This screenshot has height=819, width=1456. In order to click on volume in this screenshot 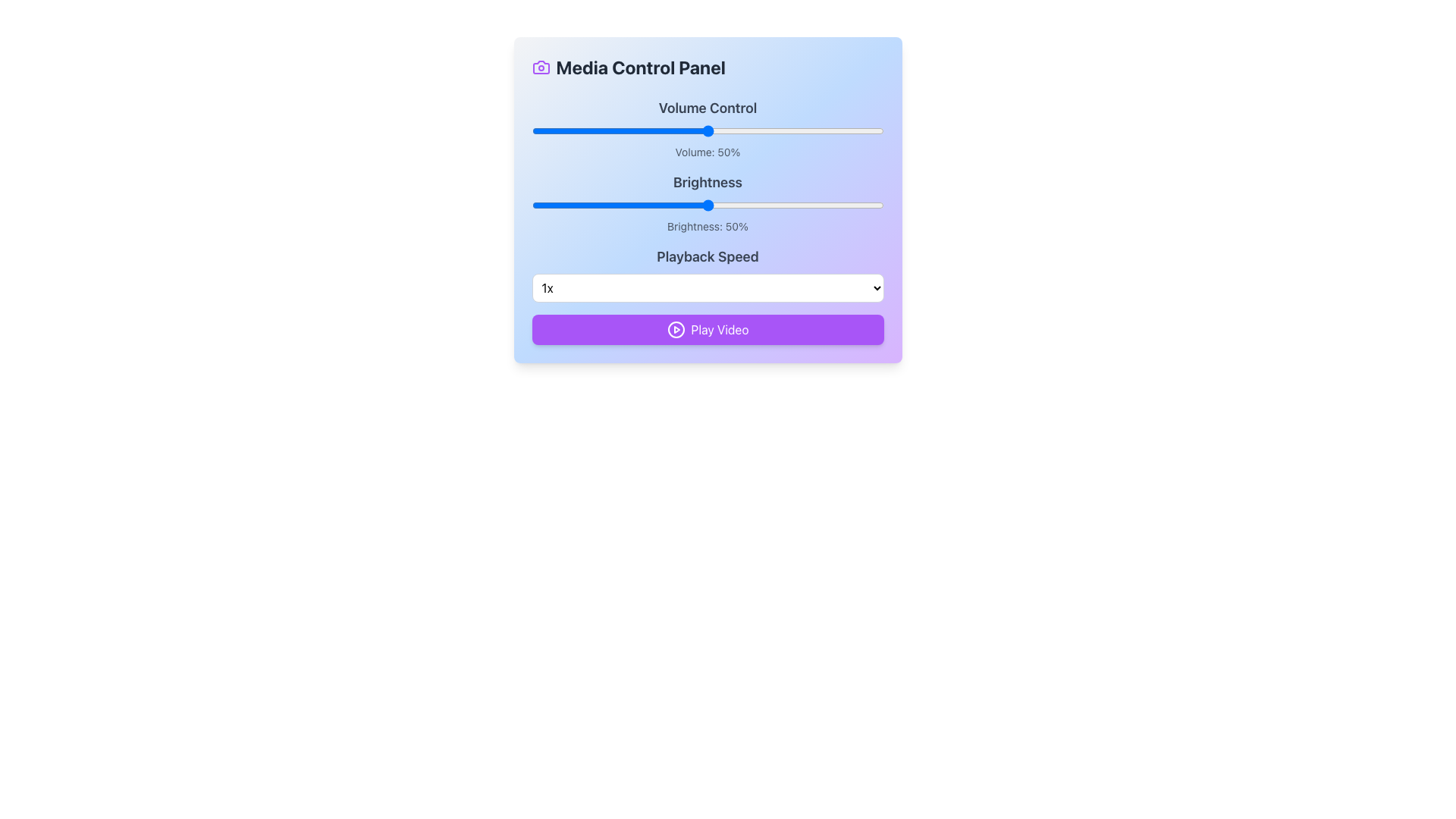, I will do `click(802, 130)`.